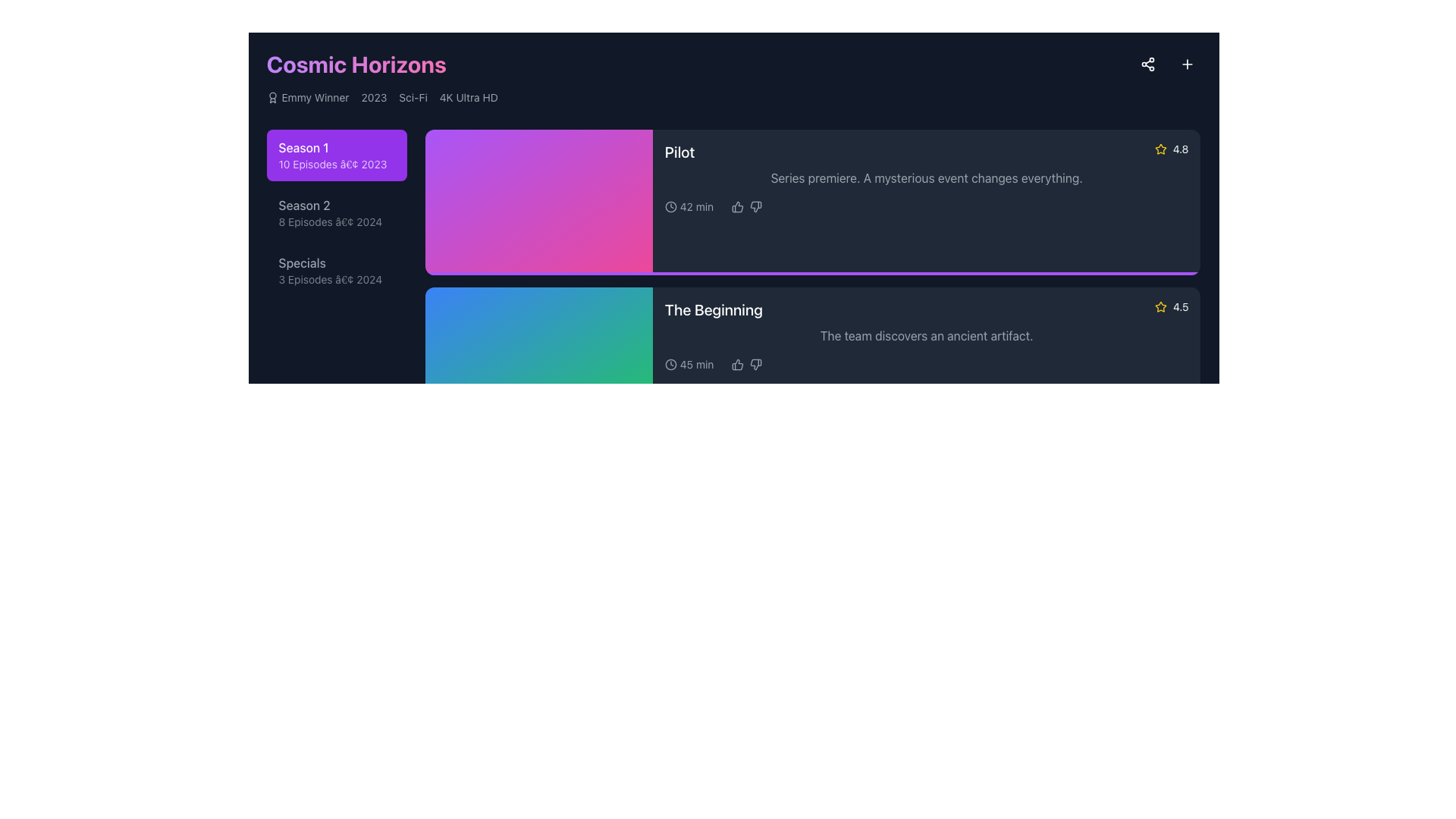  I want to click on the Emmy award winner label with icon, which is the first item in the horizontal list of show details, positioned below the 'Cosmic Horizons' header, so click(307, 97).